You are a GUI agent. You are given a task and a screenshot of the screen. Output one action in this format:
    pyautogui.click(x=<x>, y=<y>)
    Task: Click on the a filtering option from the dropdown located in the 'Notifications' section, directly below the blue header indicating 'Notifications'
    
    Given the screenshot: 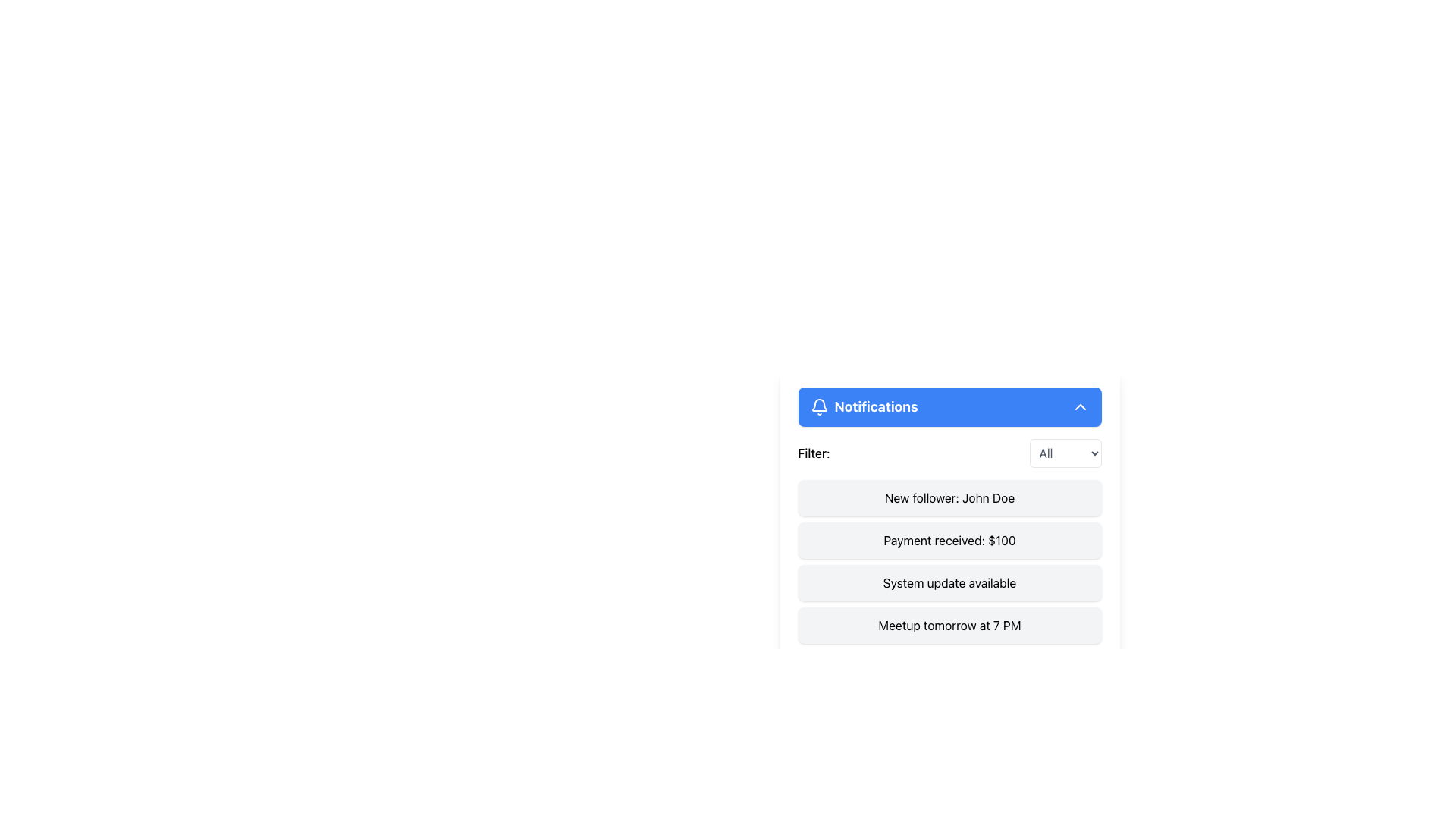 What is the action you would take?
    pyautogui.click(x=949, y=452)
    